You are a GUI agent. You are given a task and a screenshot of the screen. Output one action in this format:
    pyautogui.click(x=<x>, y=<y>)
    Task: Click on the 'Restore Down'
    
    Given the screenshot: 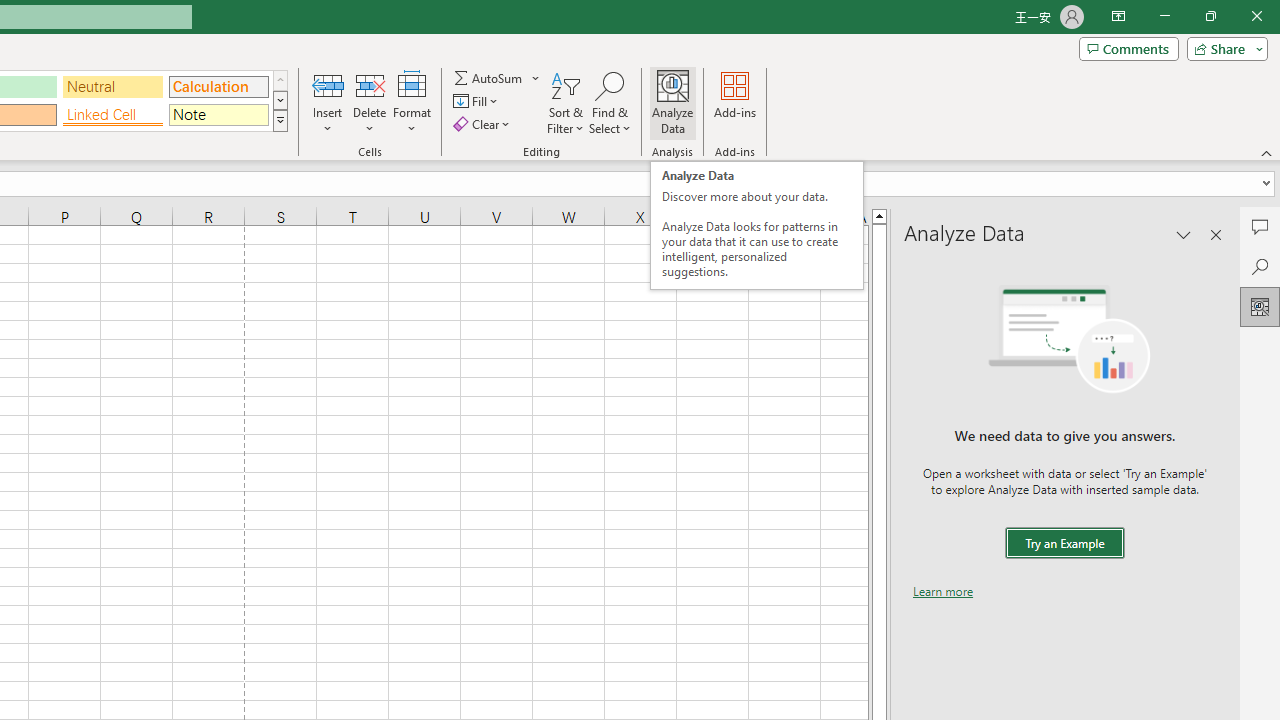 What is the action you would take?
    pyautogui.click(x=1209, y=16)
    